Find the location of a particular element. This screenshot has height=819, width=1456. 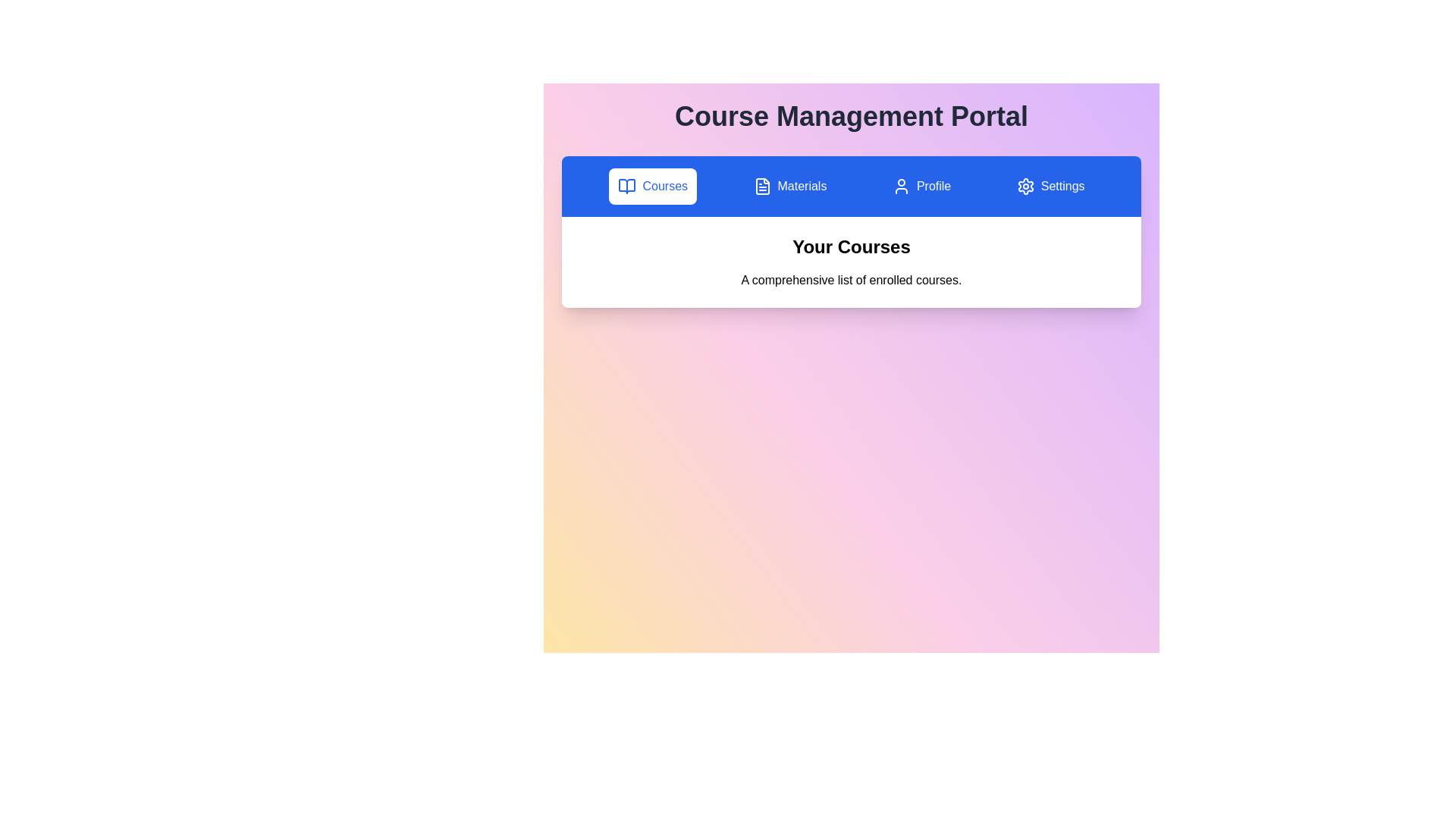

the open book icon located in the navigation bar, which is part of the 'Courses' button is located at coordinates (627, 186).